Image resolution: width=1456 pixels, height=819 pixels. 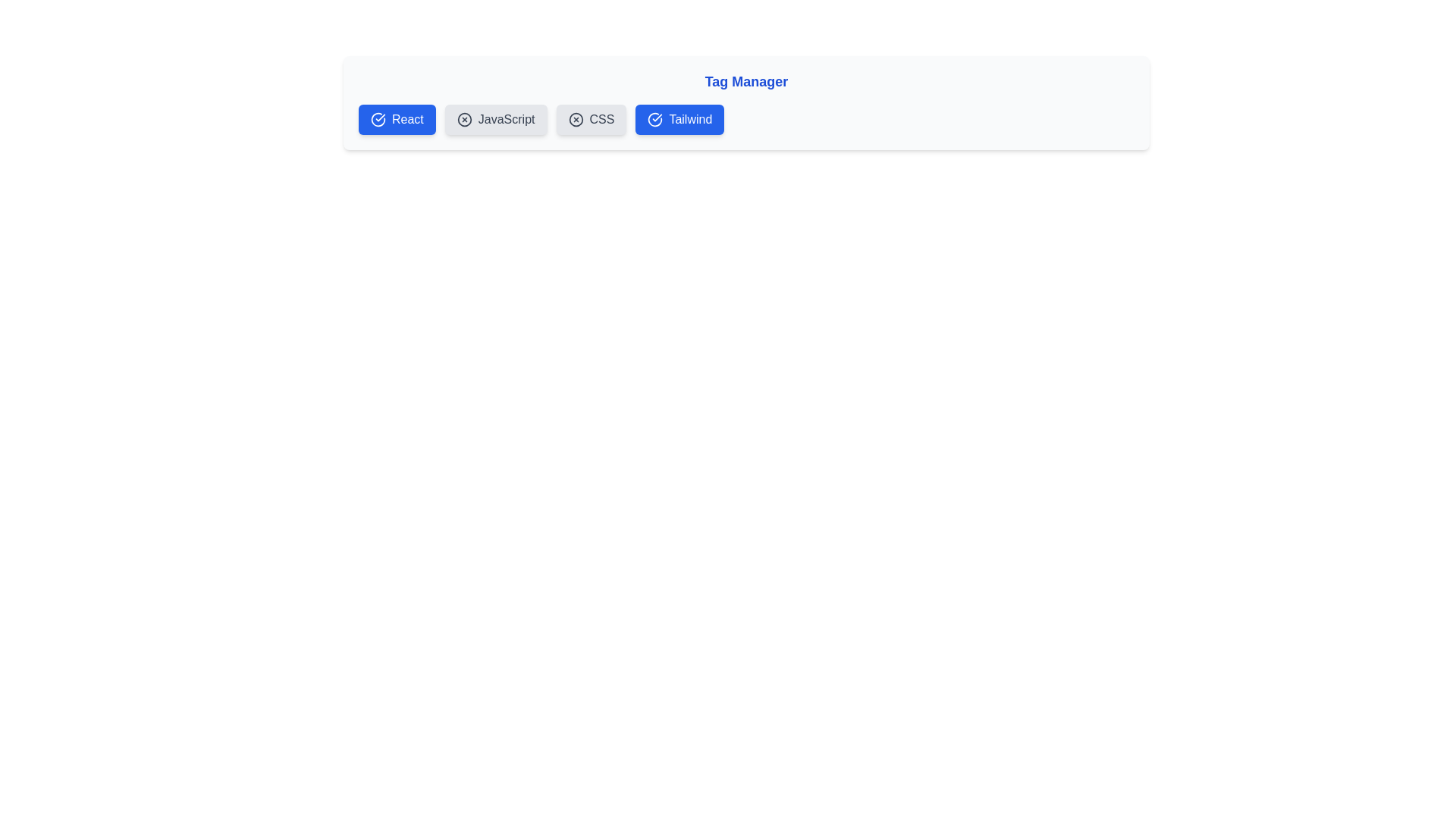 What do you see at coordinates (679, 119) in the screenshot?
I see `the tag labeled Tailwind` at bounding box center [679, 119].